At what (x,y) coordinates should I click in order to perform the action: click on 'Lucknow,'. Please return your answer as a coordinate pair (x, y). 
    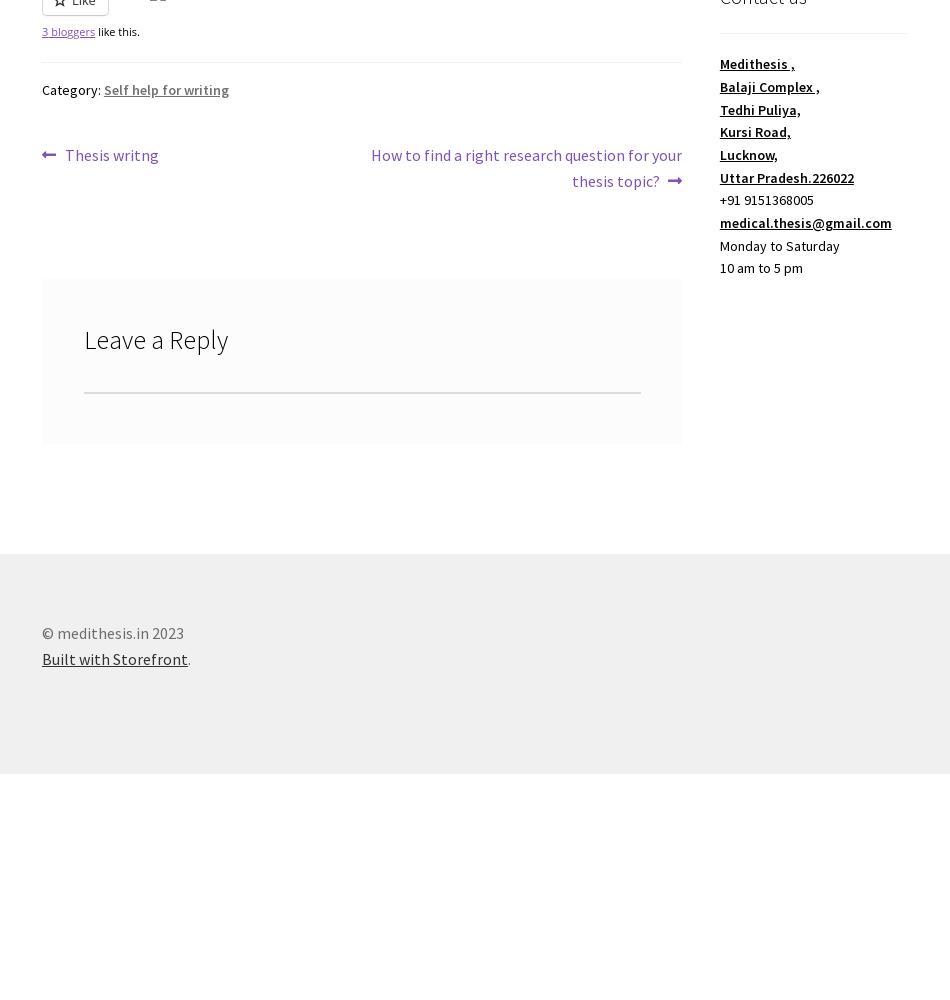
    Looking at the image, I should click on (747, 154).